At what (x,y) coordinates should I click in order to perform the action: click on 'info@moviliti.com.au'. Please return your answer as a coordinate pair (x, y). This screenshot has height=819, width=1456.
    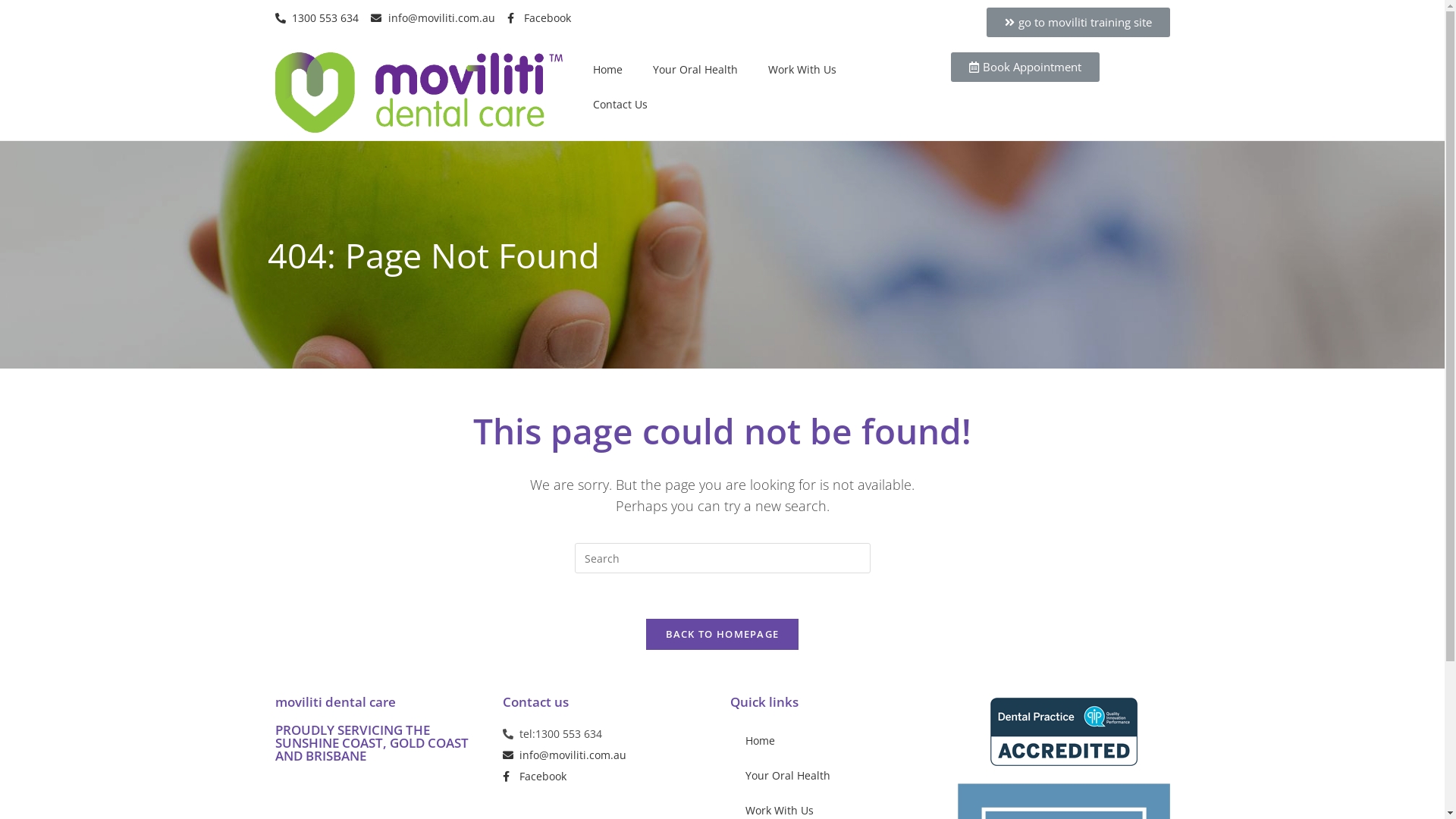
    Looking at the image, I should click on (432, 17).